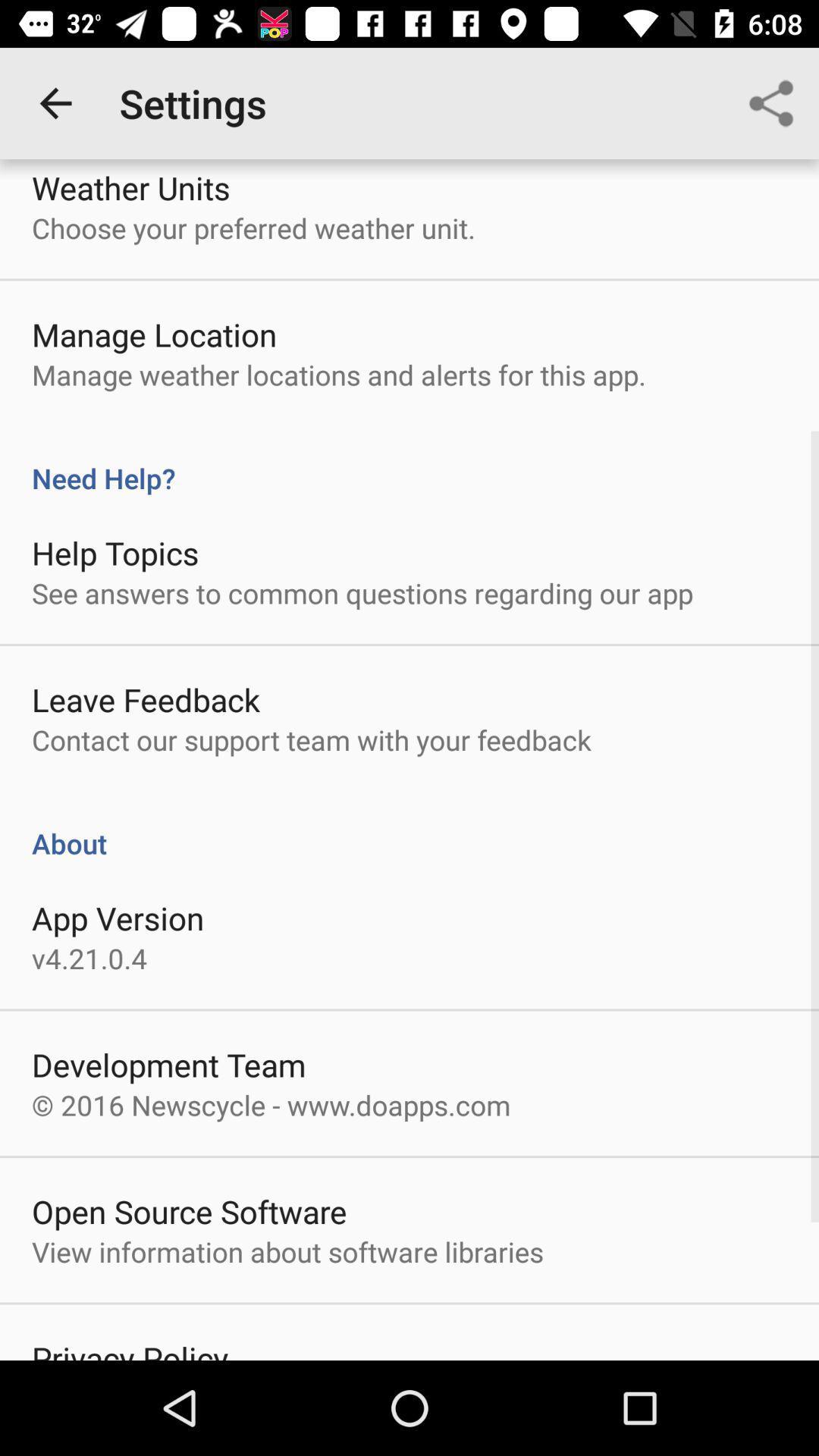 This screenshot has width=819, height=1456. I want to click on app to the left of the settings  item, so click(55, 102).